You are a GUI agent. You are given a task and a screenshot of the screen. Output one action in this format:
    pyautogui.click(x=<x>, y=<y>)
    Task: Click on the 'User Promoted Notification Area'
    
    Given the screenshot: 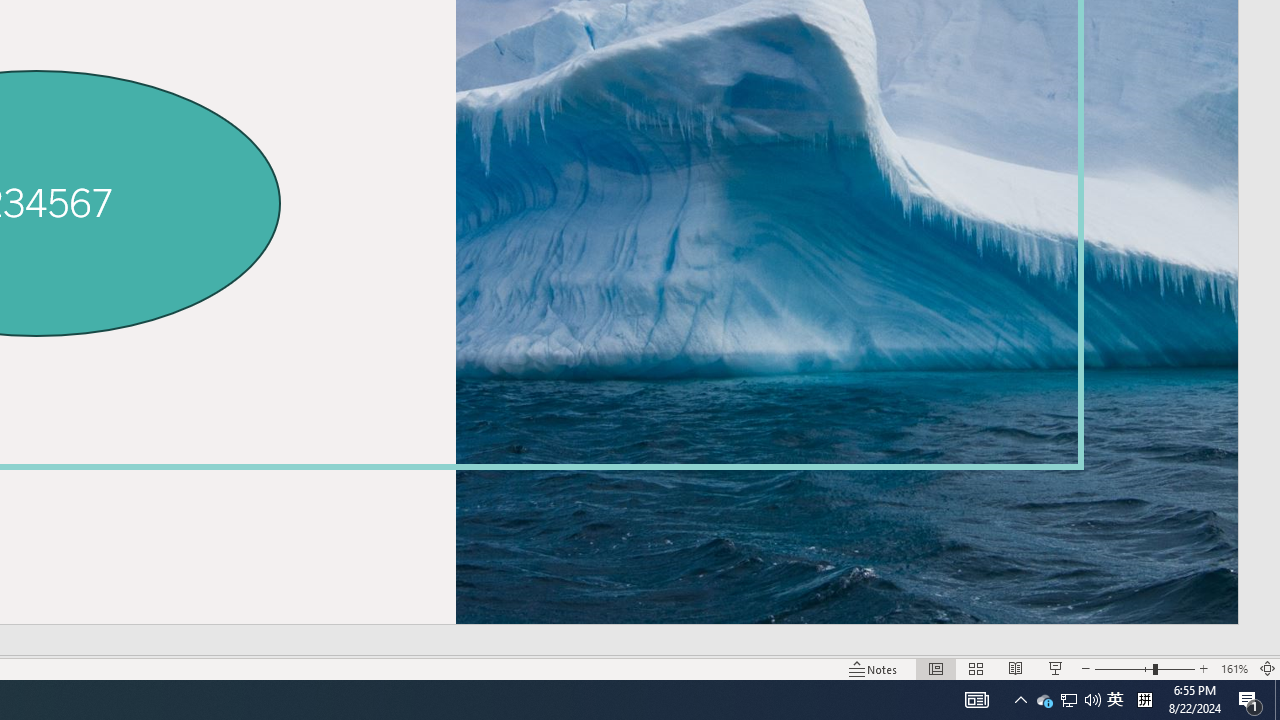 What is the action you would take?
    pyautogui.click(x=1067, y=698)
    